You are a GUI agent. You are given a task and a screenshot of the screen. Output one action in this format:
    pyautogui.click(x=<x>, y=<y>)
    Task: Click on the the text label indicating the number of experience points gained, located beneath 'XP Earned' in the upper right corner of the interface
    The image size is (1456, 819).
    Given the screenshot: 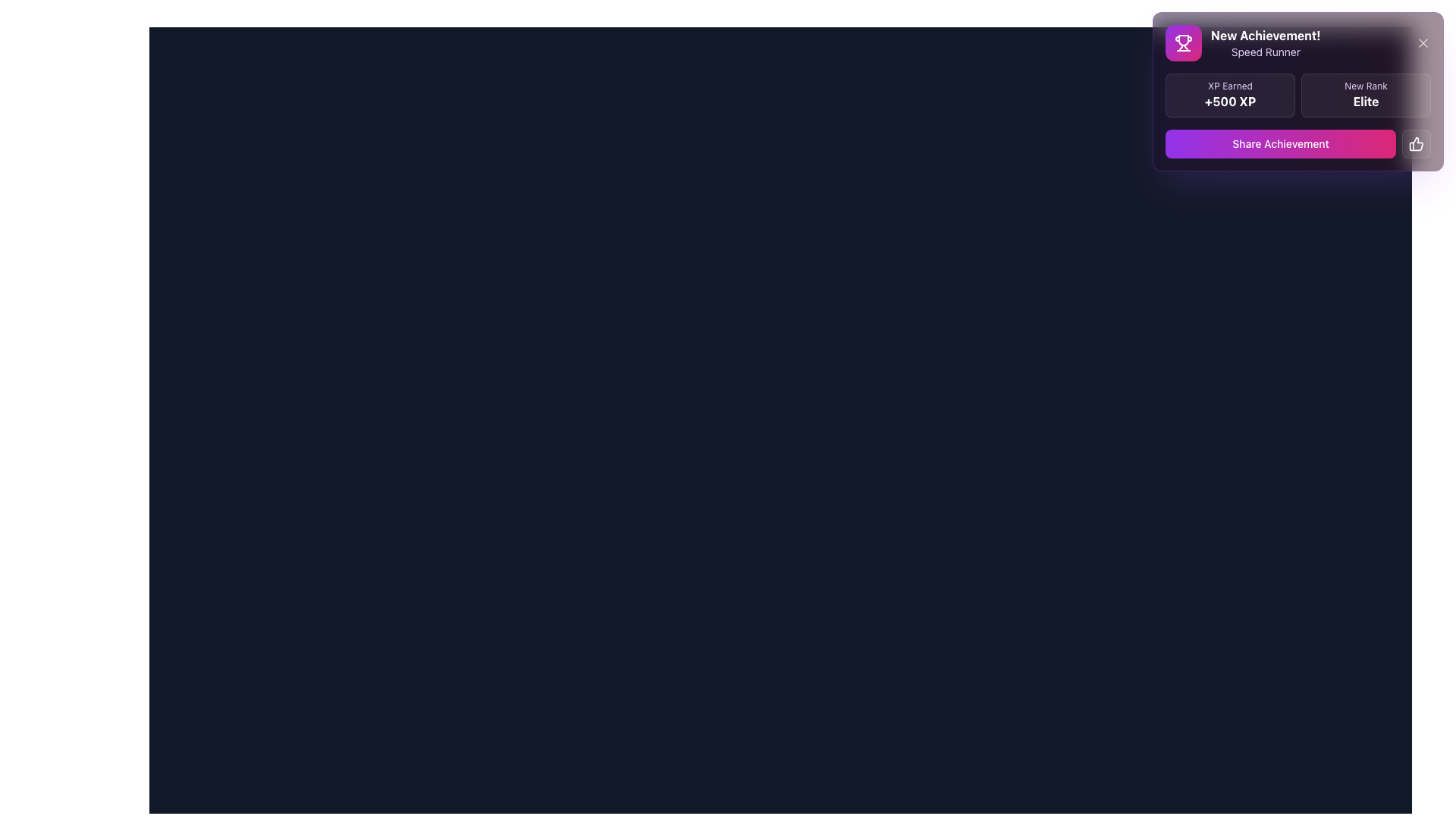 What is the action you would take?
    pyautogui.click(x=1230, y=102)
    